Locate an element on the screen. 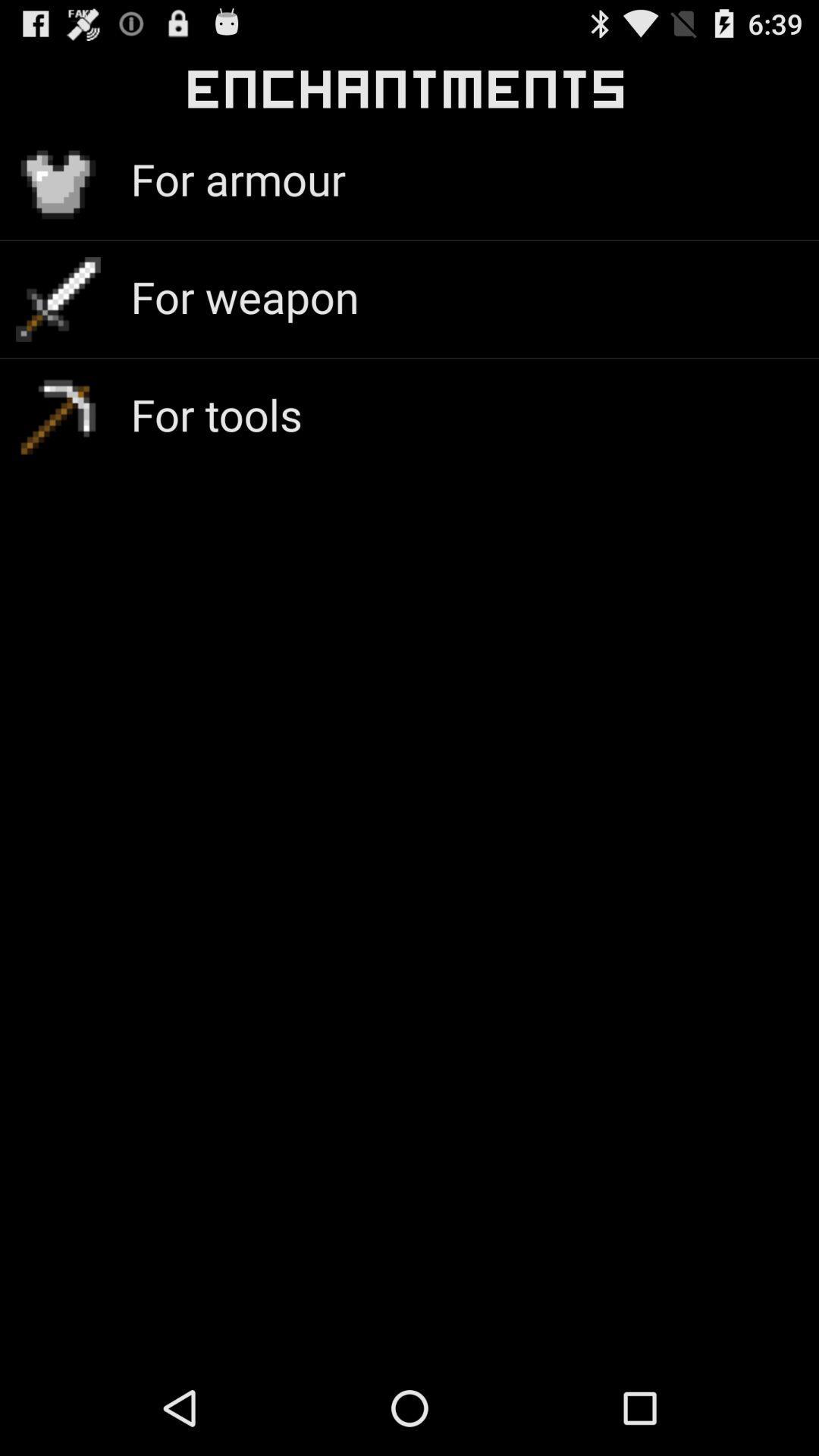 The width and height of the screenshot is (819, 1456). app below the for armour is located at coordinates (243, 297).